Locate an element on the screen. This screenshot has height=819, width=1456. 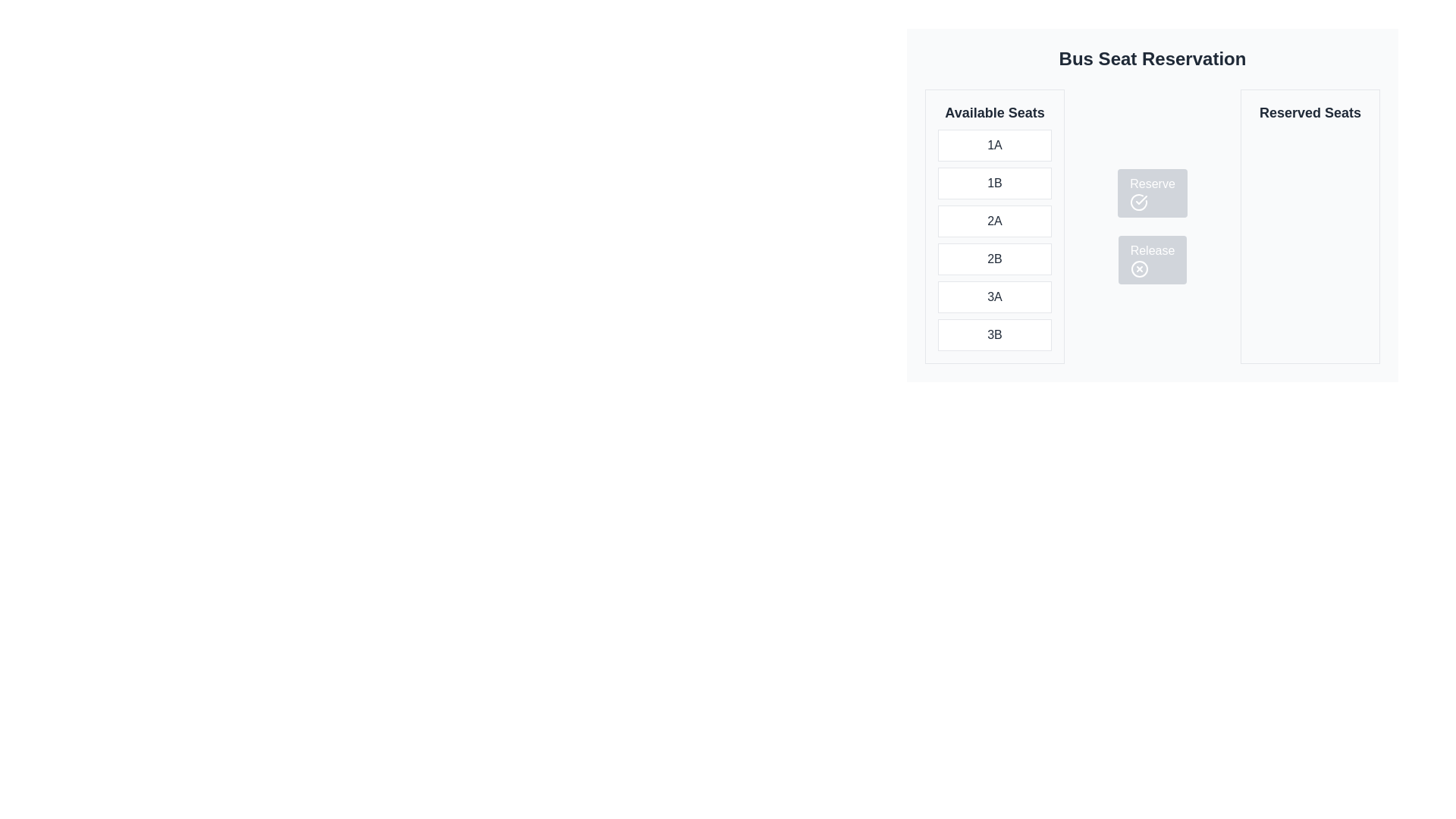
the vertical button group containing 'Reserve' and 'Release' buttons is located at coordinates (1153, 227).